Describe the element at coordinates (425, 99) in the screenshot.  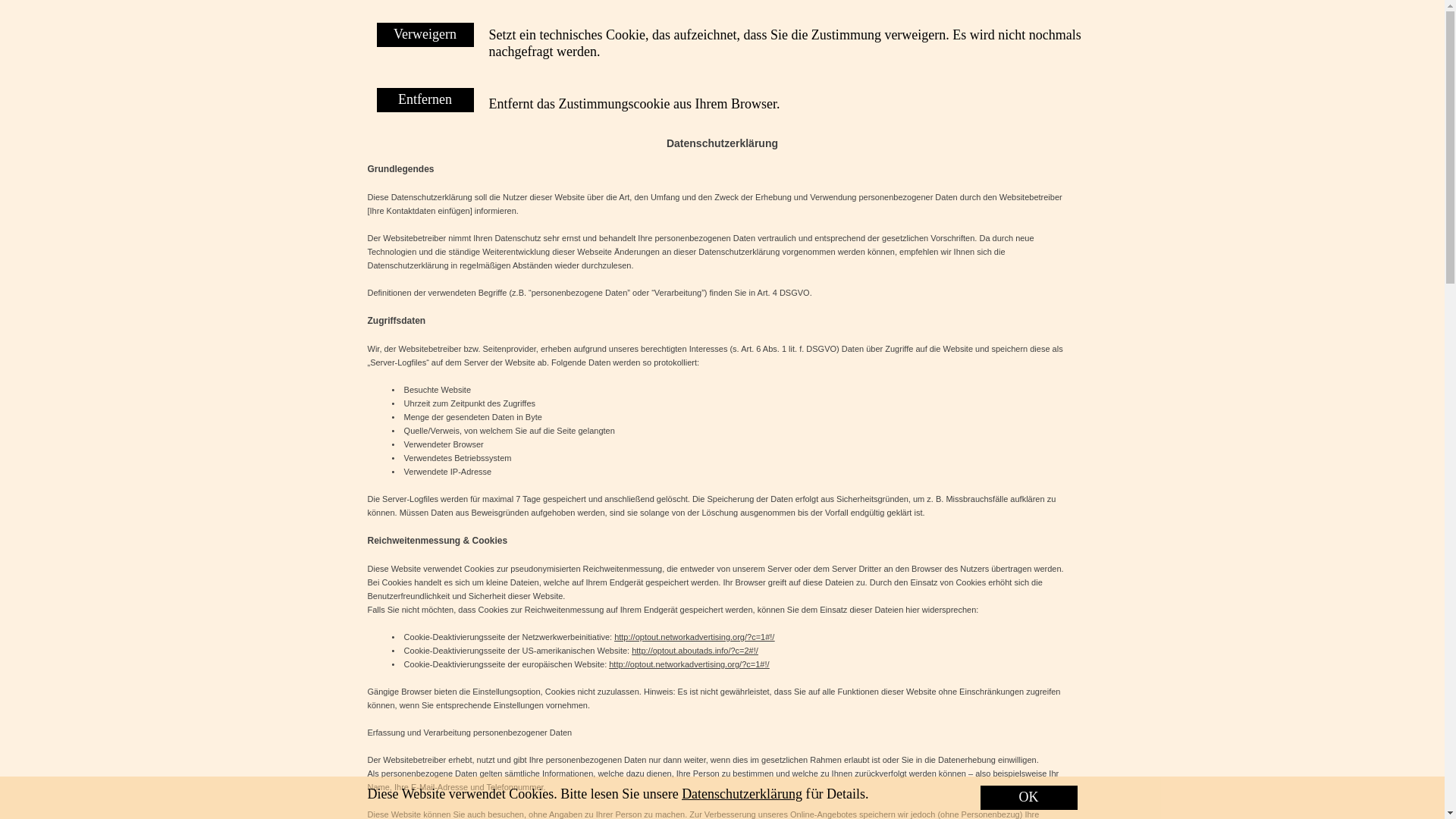
I see `'Entfernen'` at that location.